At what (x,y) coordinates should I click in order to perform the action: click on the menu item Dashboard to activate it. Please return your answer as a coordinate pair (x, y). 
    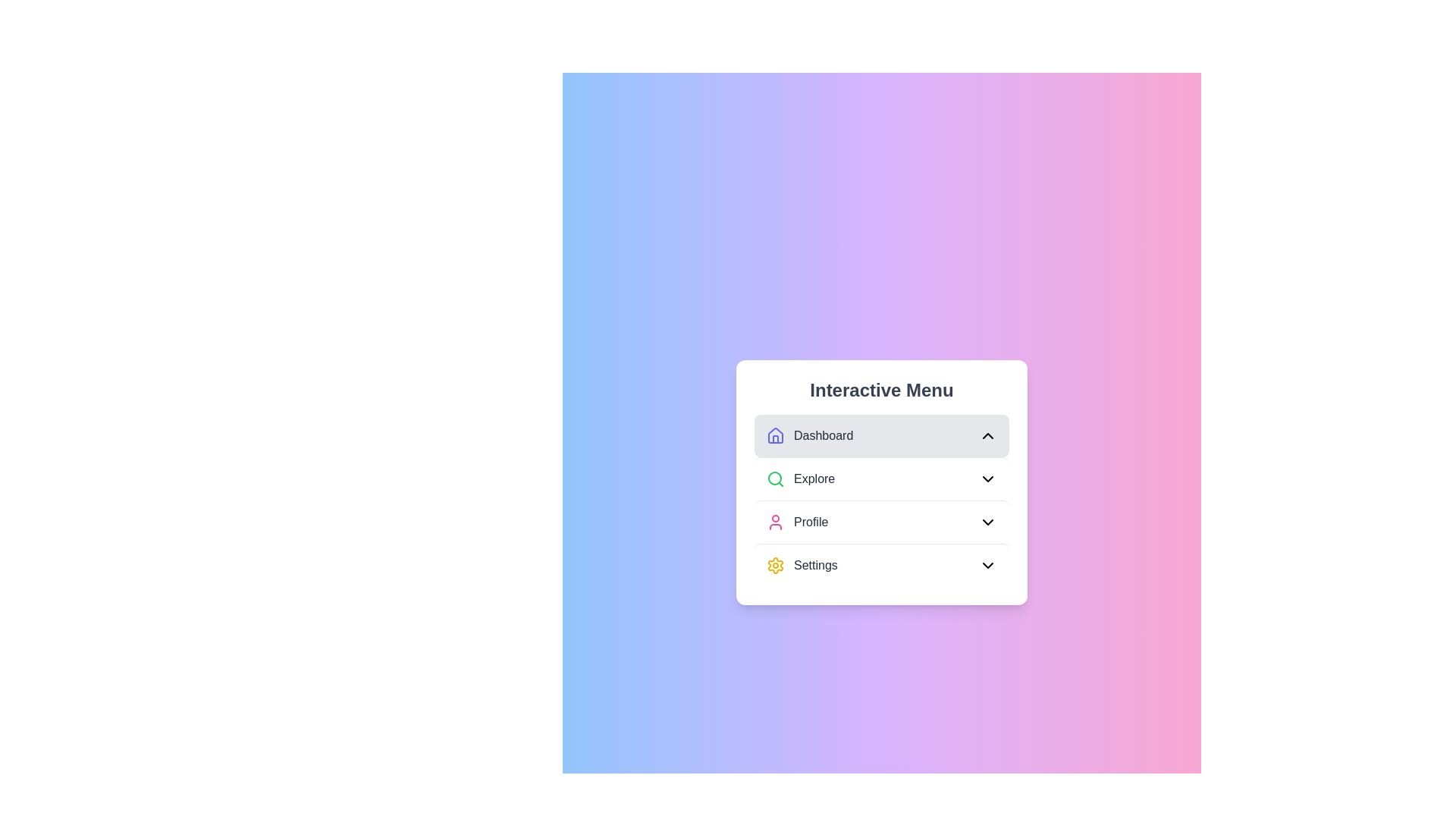
    Looking at the image, I should click on (881, 435).